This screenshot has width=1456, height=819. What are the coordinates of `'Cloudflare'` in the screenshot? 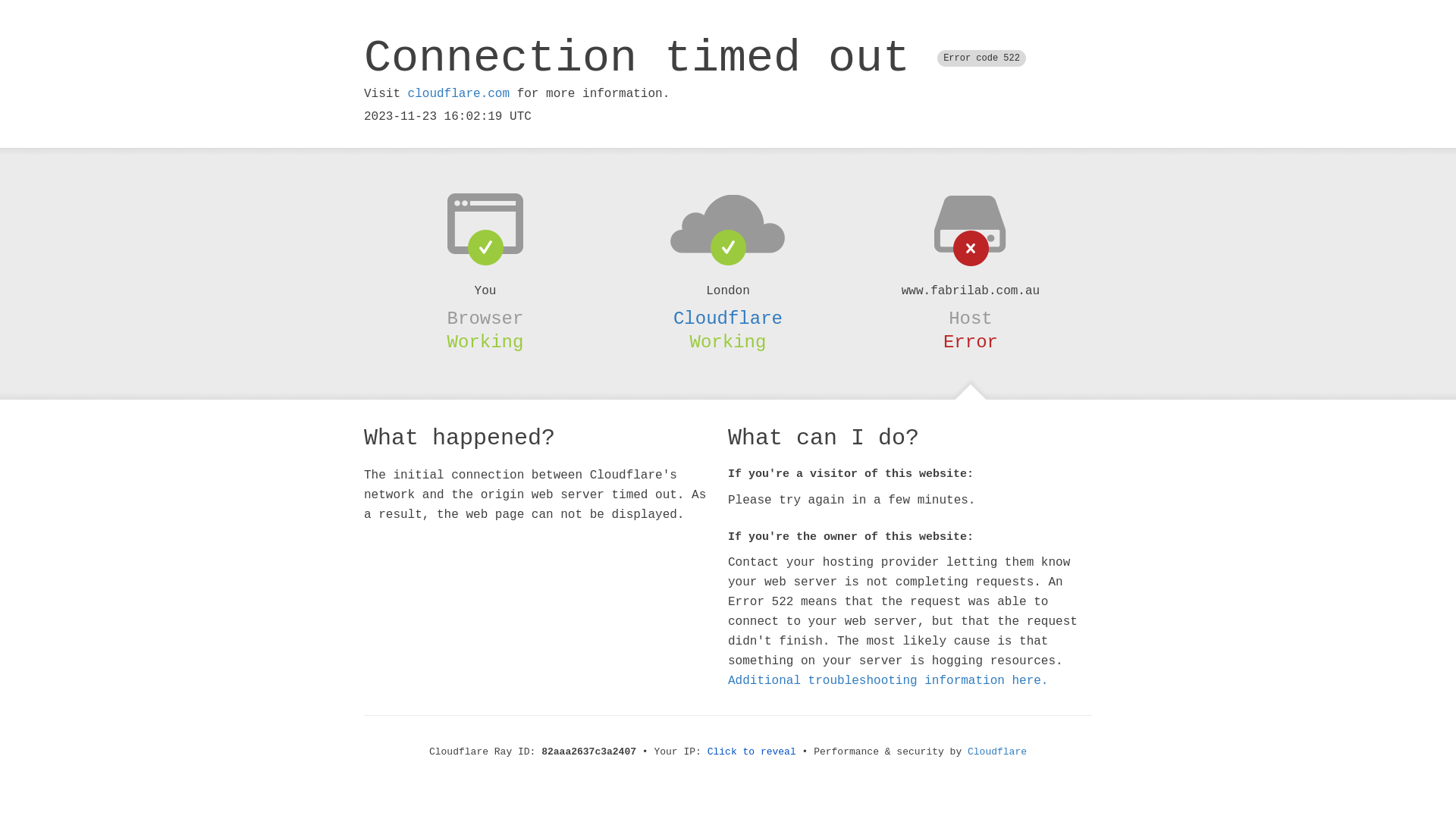 It's located at (728, 318).